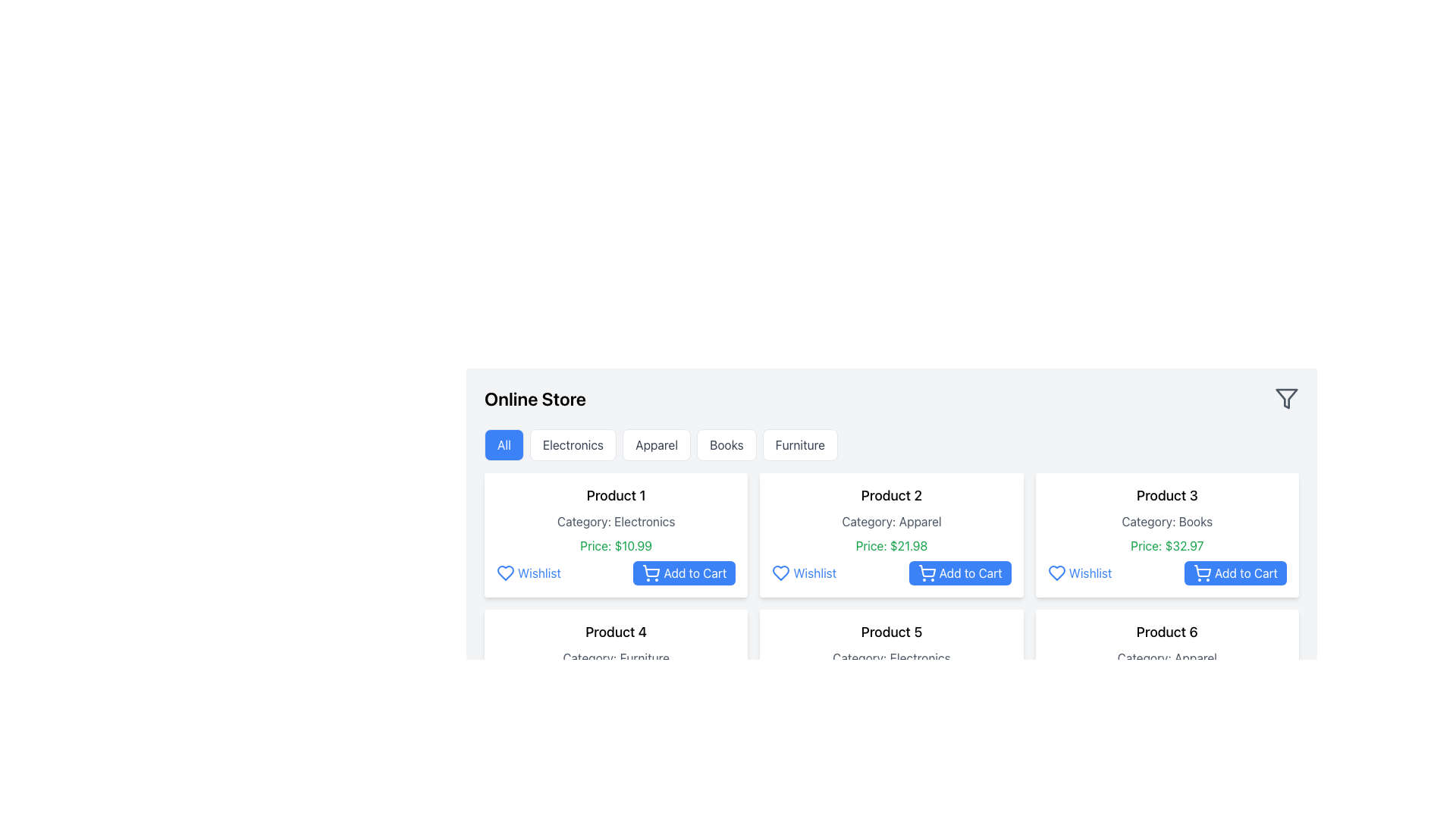 This screenshot has width=1456, height=819. Describe the element at coordinates (506, 573) in the screenshot. I see `the heart icon that indicates the option` at that location.